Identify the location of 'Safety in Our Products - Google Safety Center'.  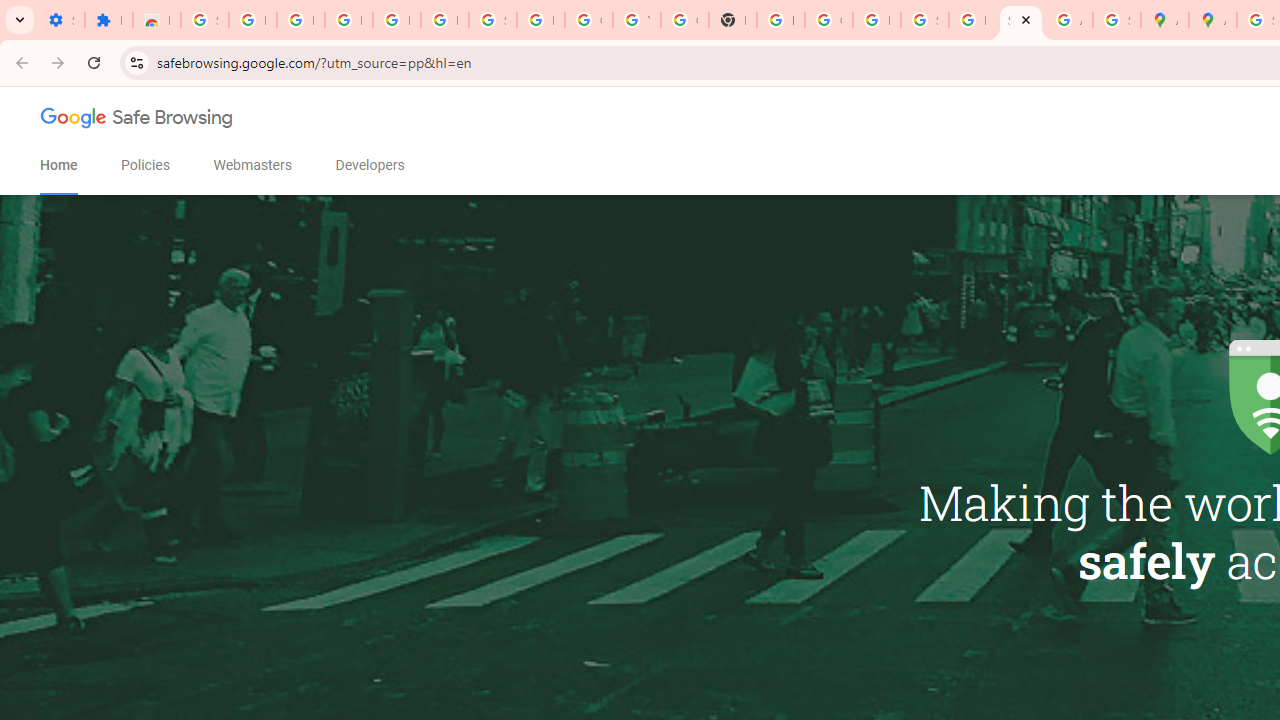
(1115, 20).